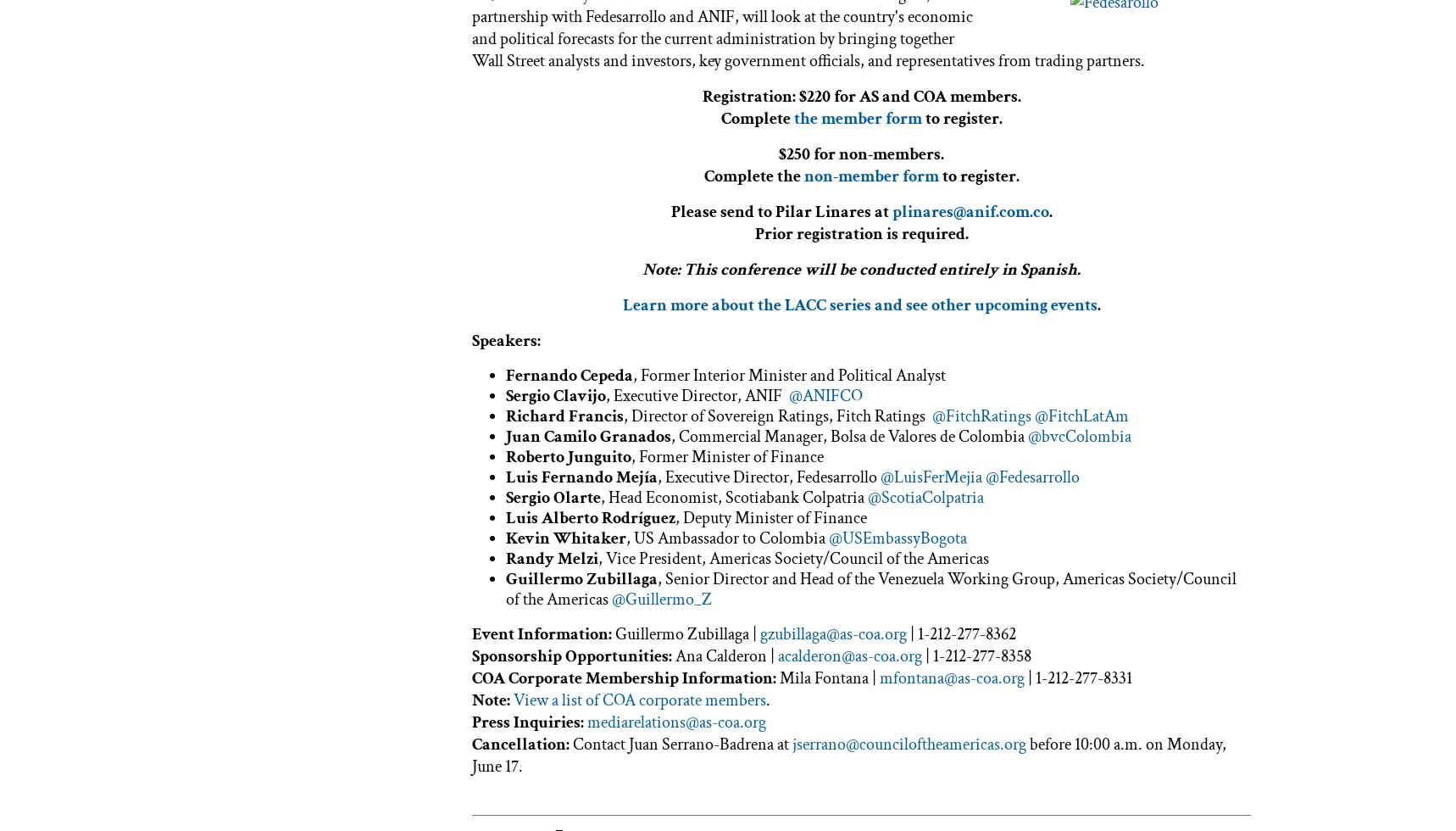 This screenshot has height=831, width=1456. I want to click on 'Complete the', so click(753, 175).